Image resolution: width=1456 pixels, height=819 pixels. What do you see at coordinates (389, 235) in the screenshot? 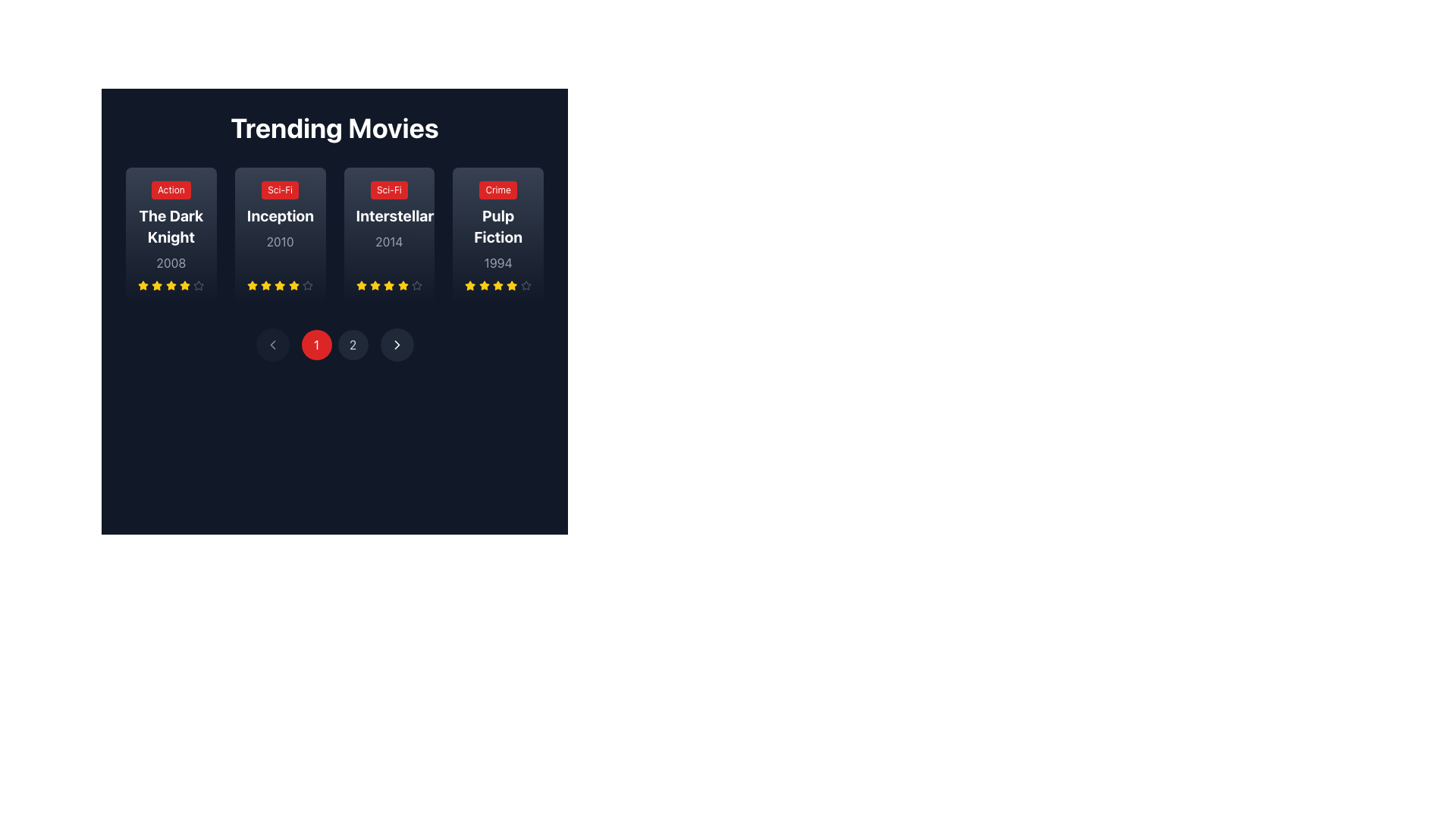
I see `the individual stars for rating adjustments on the Interactive movie display panel located in the third position from the left under the 'Trending Movies' heading` at bounding box center [389, 235].